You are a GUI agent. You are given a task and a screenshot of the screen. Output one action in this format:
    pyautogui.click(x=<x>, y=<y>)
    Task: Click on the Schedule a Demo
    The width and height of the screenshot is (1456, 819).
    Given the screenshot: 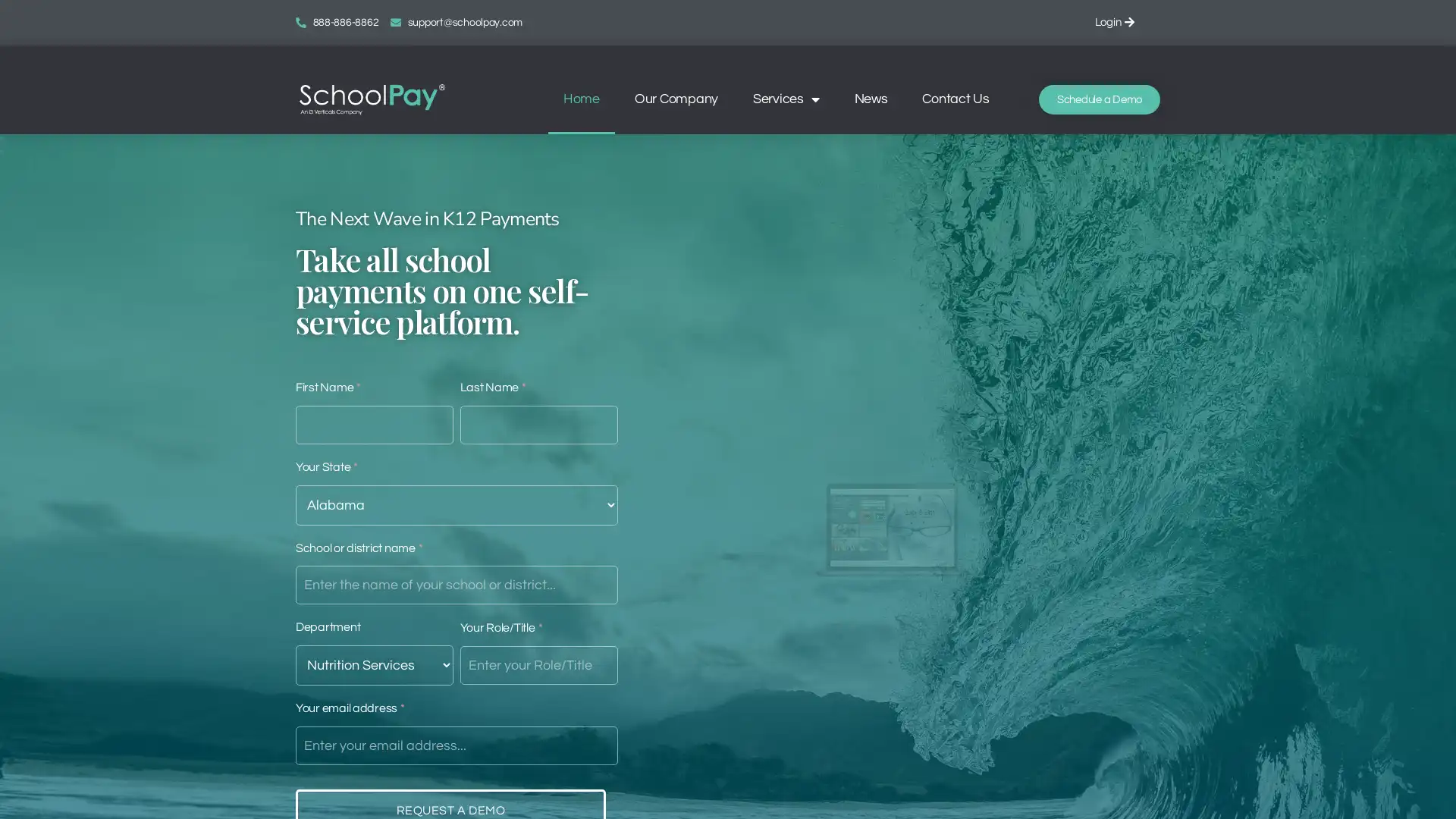 What is the action you would take?
    pyautogui.click(x=1099, y=99)
    